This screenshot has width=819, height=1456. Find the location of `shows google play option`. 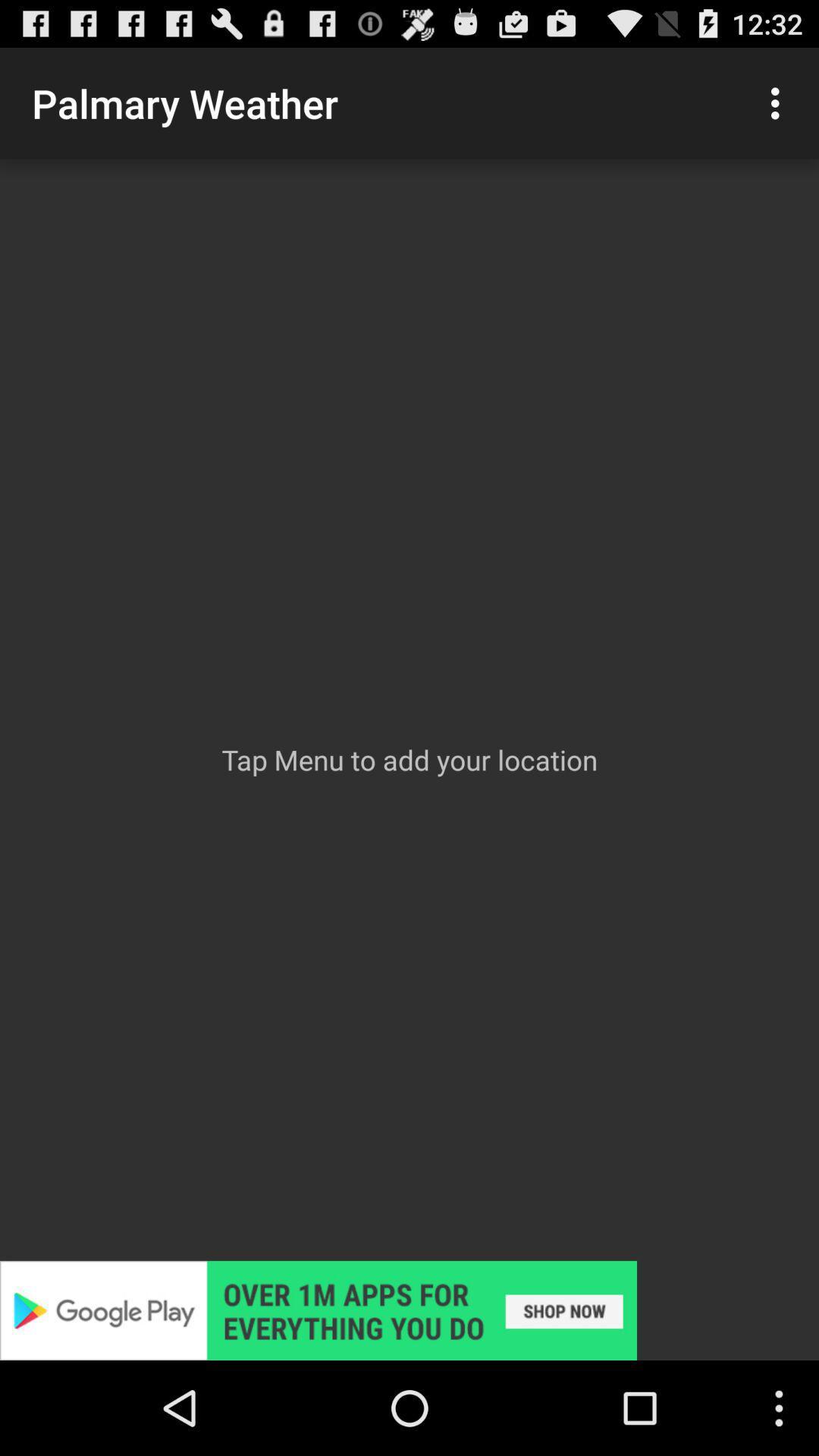

shows google play option is located at coordinates (409, 1310).